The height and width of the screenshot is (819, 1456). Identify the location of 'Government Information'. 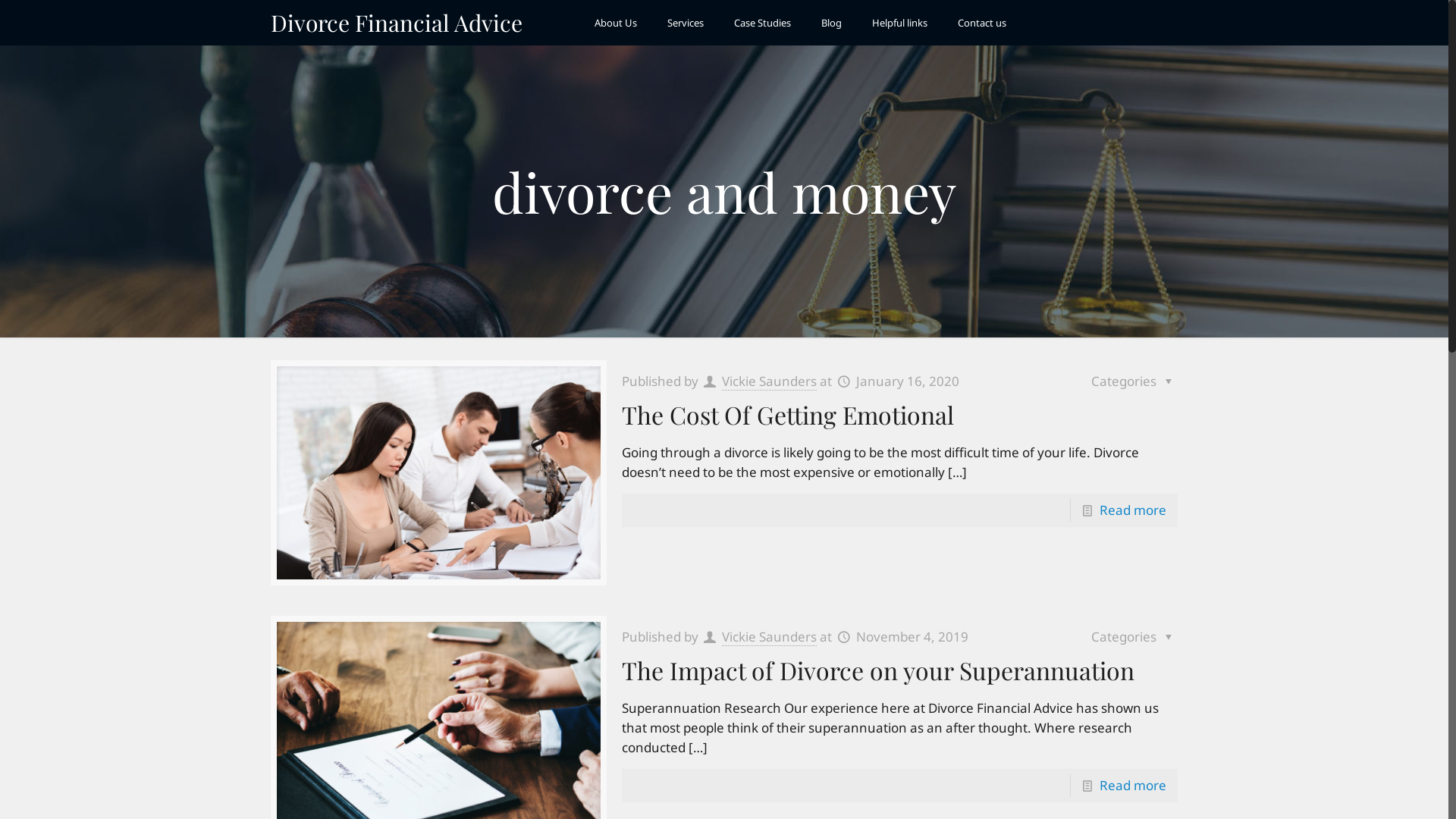
(821, 601).